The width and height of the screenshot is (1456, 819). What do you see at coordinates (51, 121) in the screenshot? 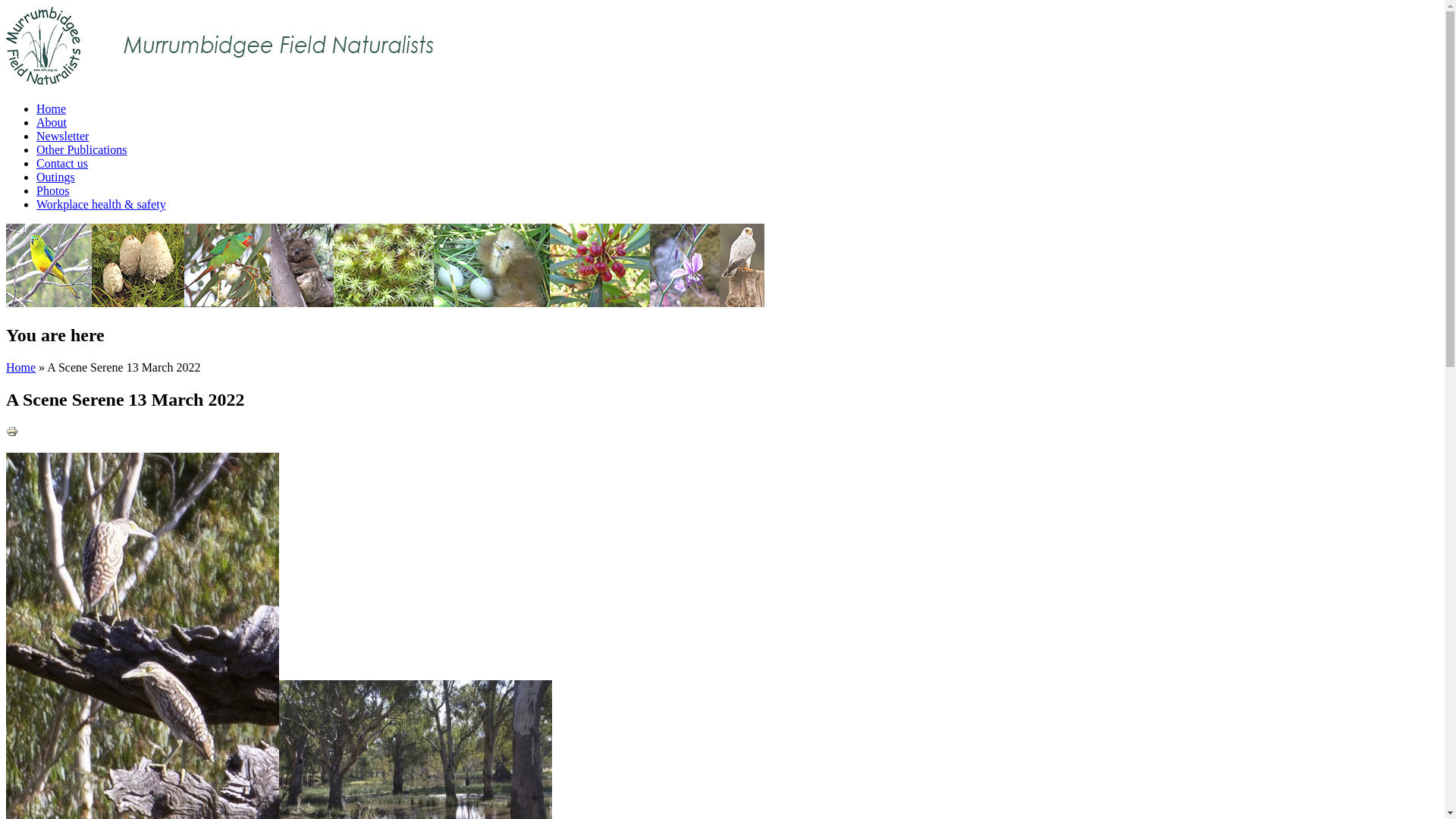
I see `'About'` at bounding box center [51, 121].